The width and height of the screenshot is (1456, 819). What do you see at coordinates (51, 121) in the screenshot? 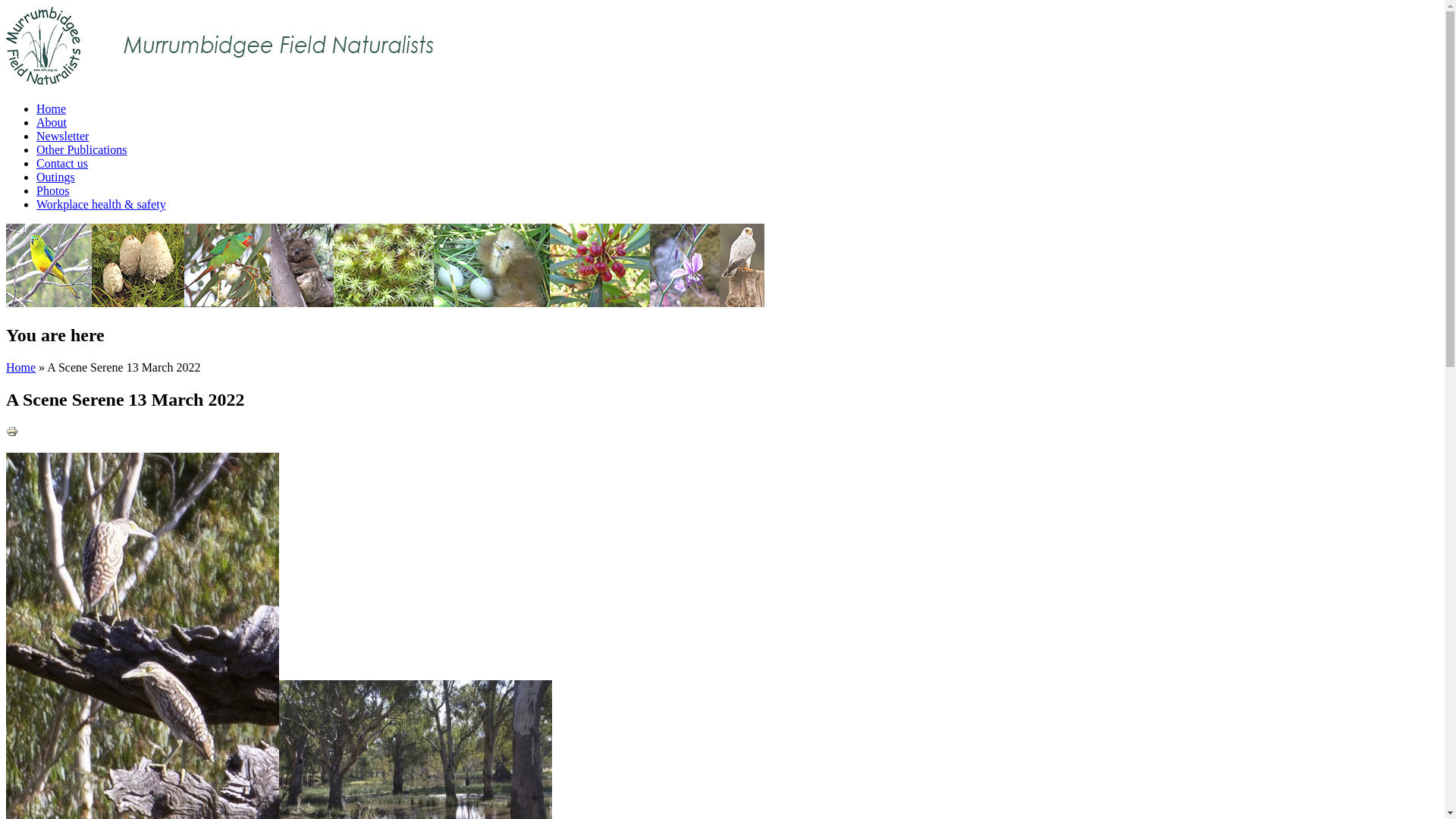
I see `'About'` at bounding box center [51, 121].